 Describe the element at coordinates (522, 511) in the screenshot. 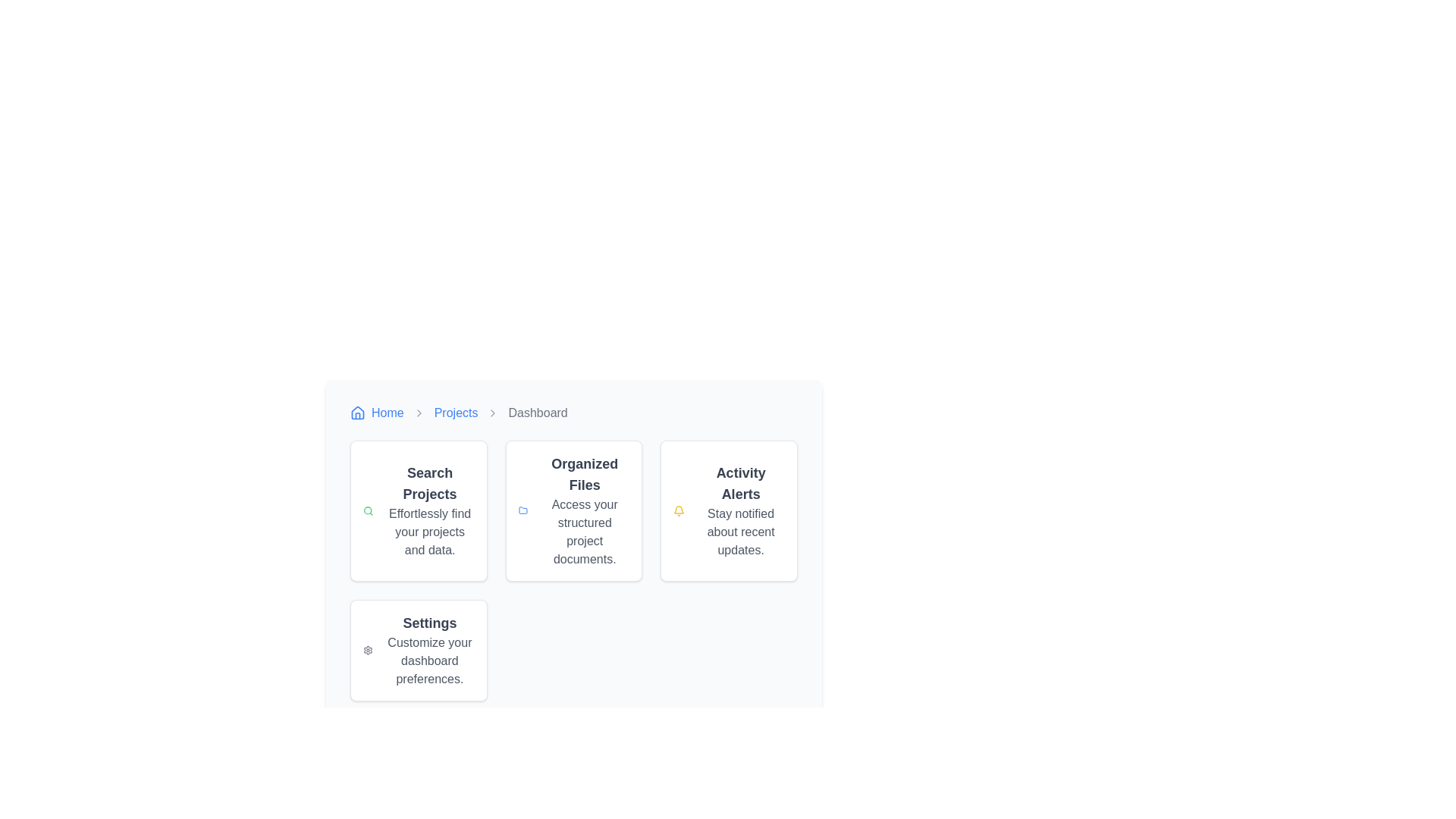

I see `the blue folder icon located in the top-left corner of the 'Organized Files' card, which represents file storage or organization` at that location.